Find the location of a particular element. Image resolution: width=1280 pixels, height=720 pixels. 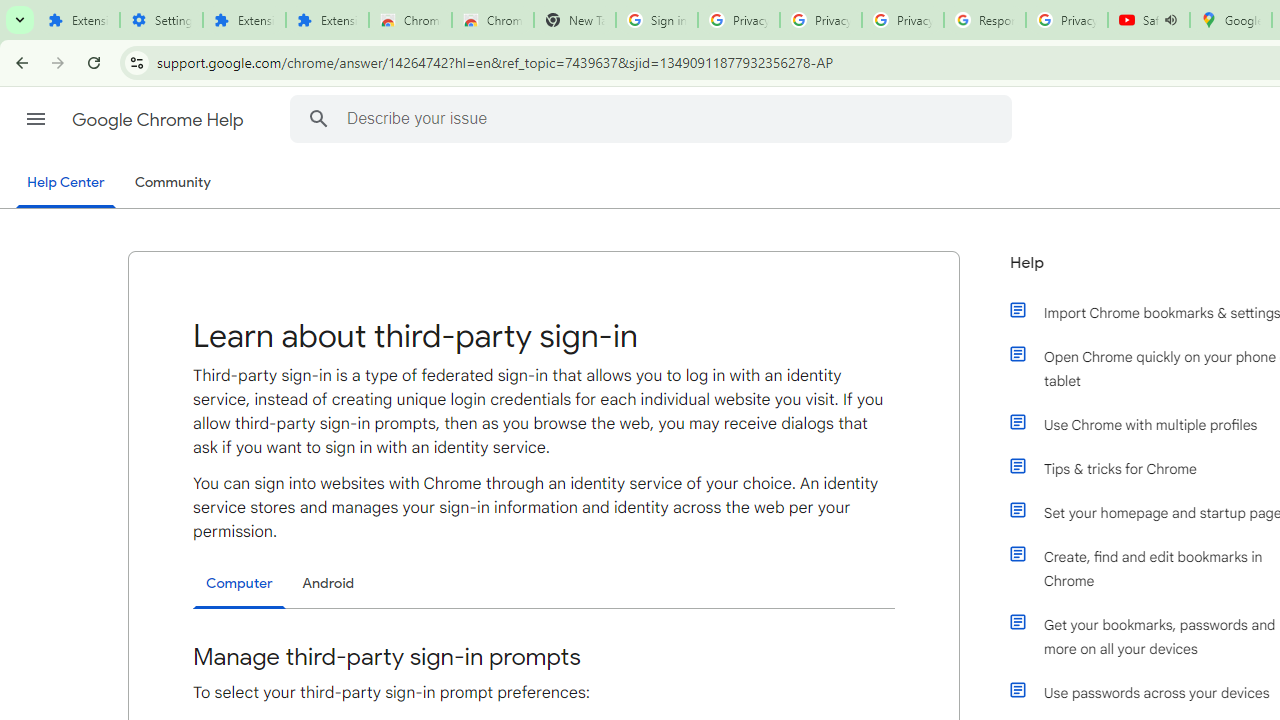

'Search Help Center' is located at coordinates (317, 118).